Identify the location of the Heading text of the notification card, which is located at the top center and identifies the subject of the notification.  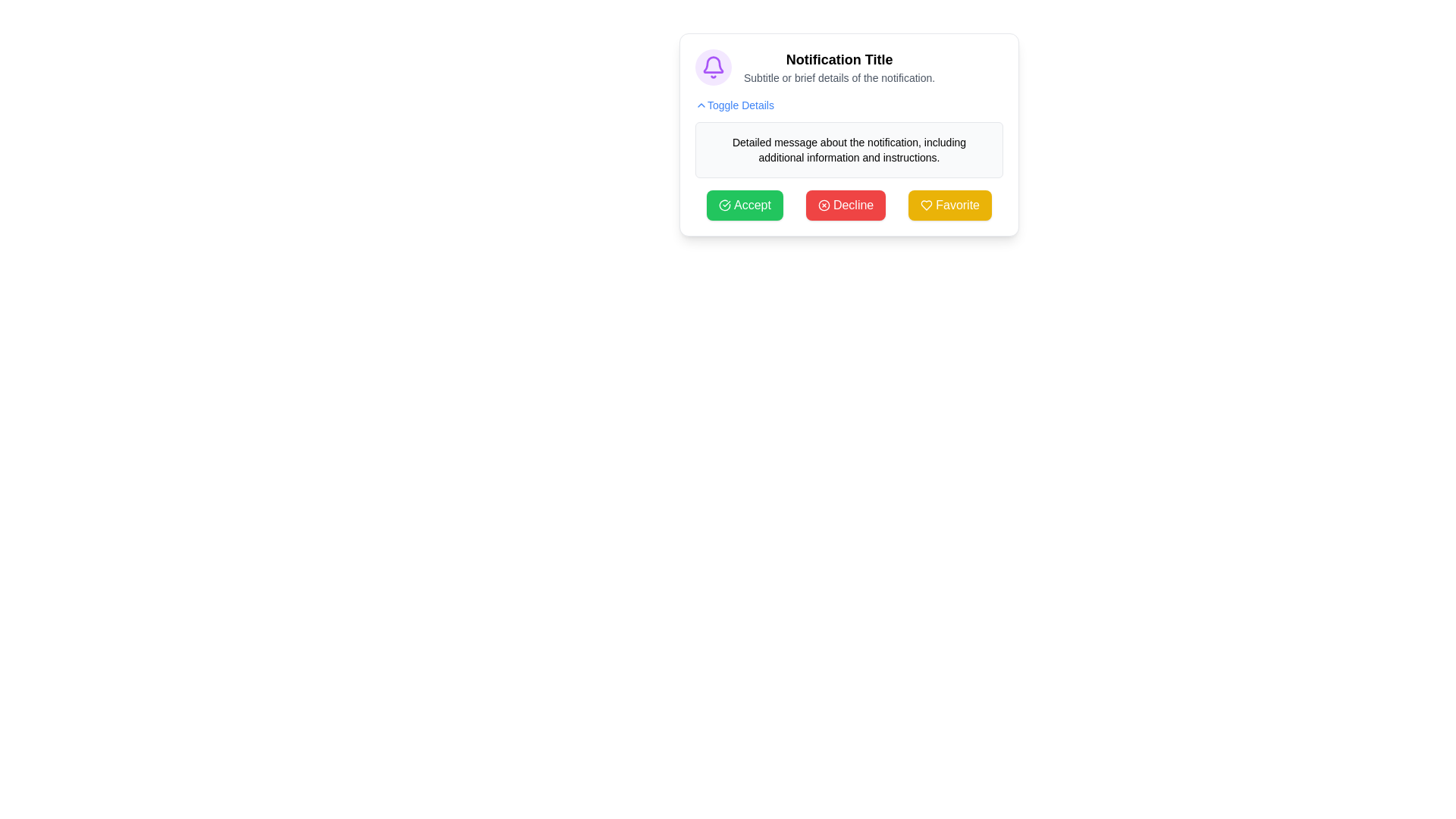
(839, 58).